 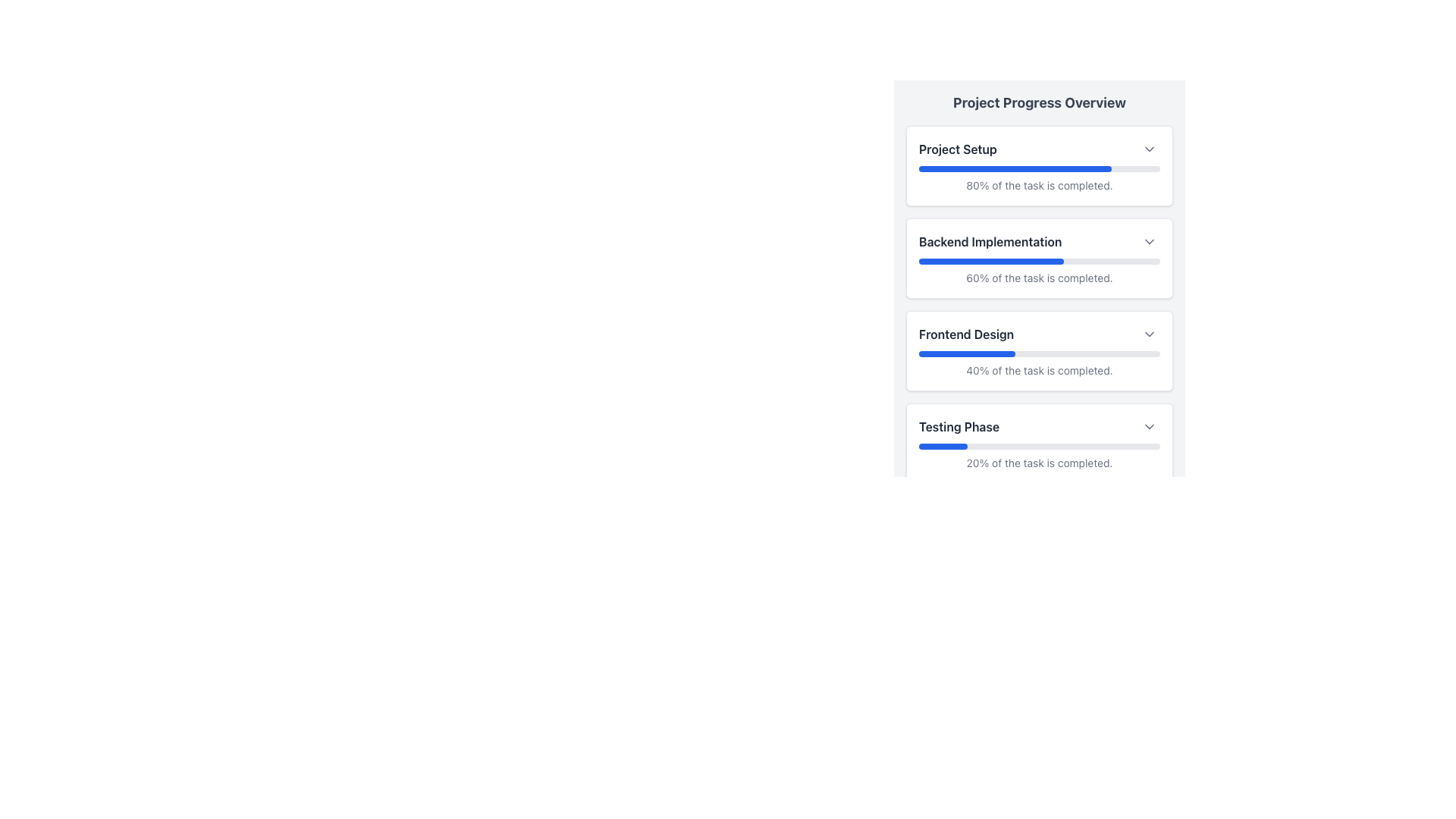 I want to click on the text label indicating 'Backend Implementation' in the project progress overview, which is positioned between 'Project Setup' and 'Frontend Design', so click(x=990, y=241).